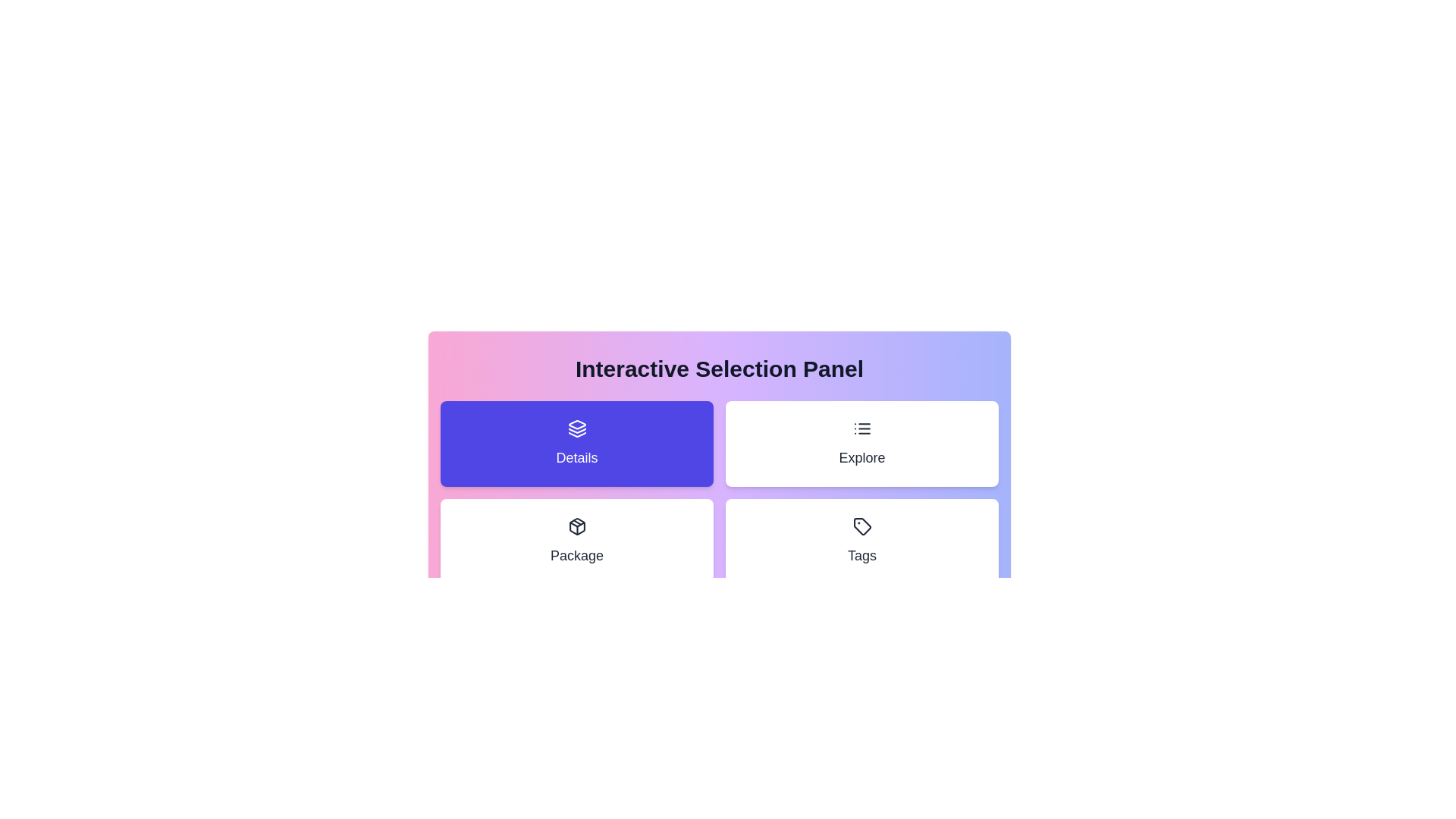 The width and height of the screenshot is (1456, 819). I want to click on the 'Tags' button located in the bottom-right corner of the grid, so click(862, 540).